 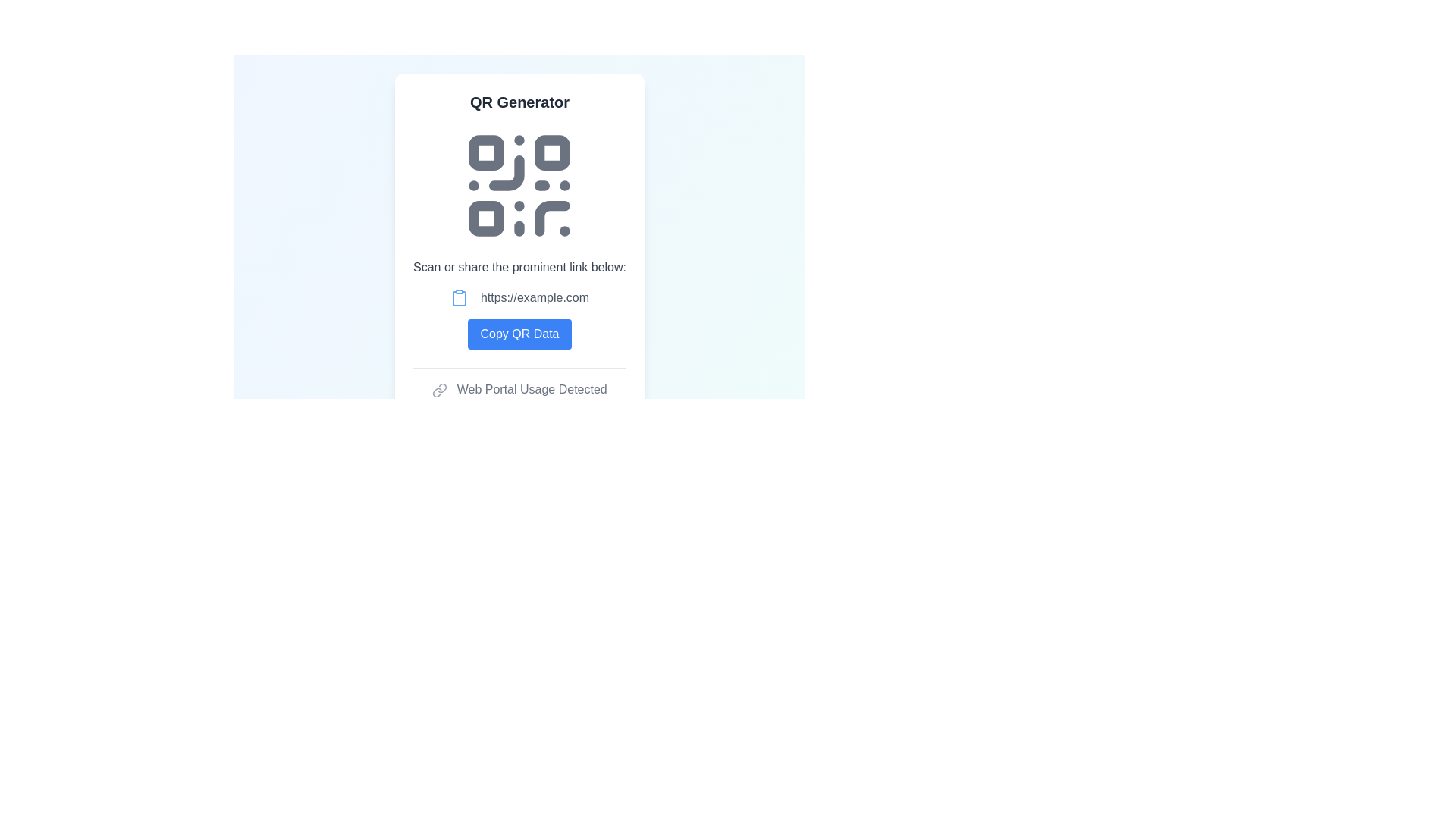 I want to click on the small gray square QR code module with rounded corners located in the top-left corner of the QR code graphic in the QR Generator section, so click(x=487, y=152).